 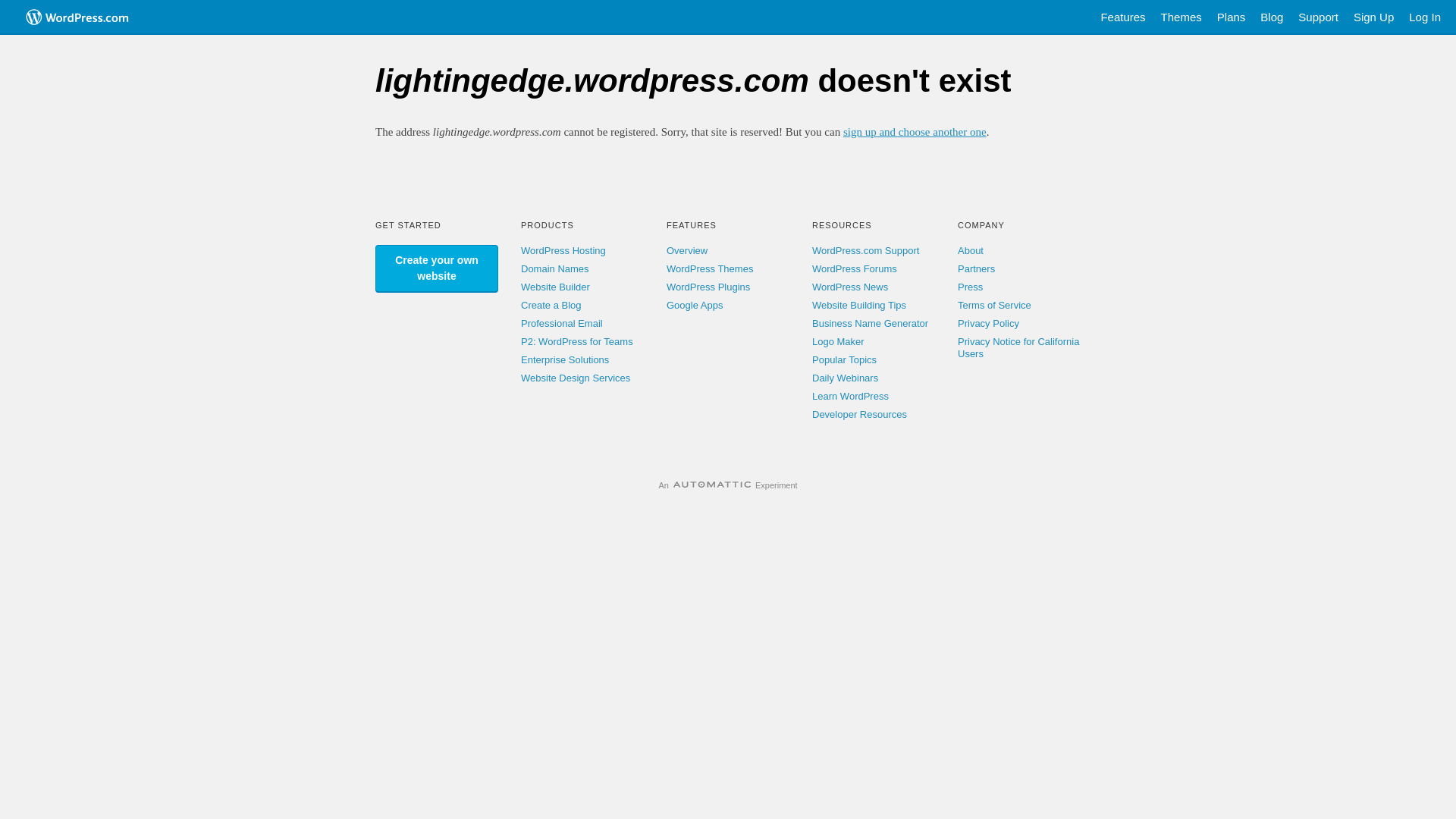 I want to click on 'Business Name Generator', so click(x=870, y=322).